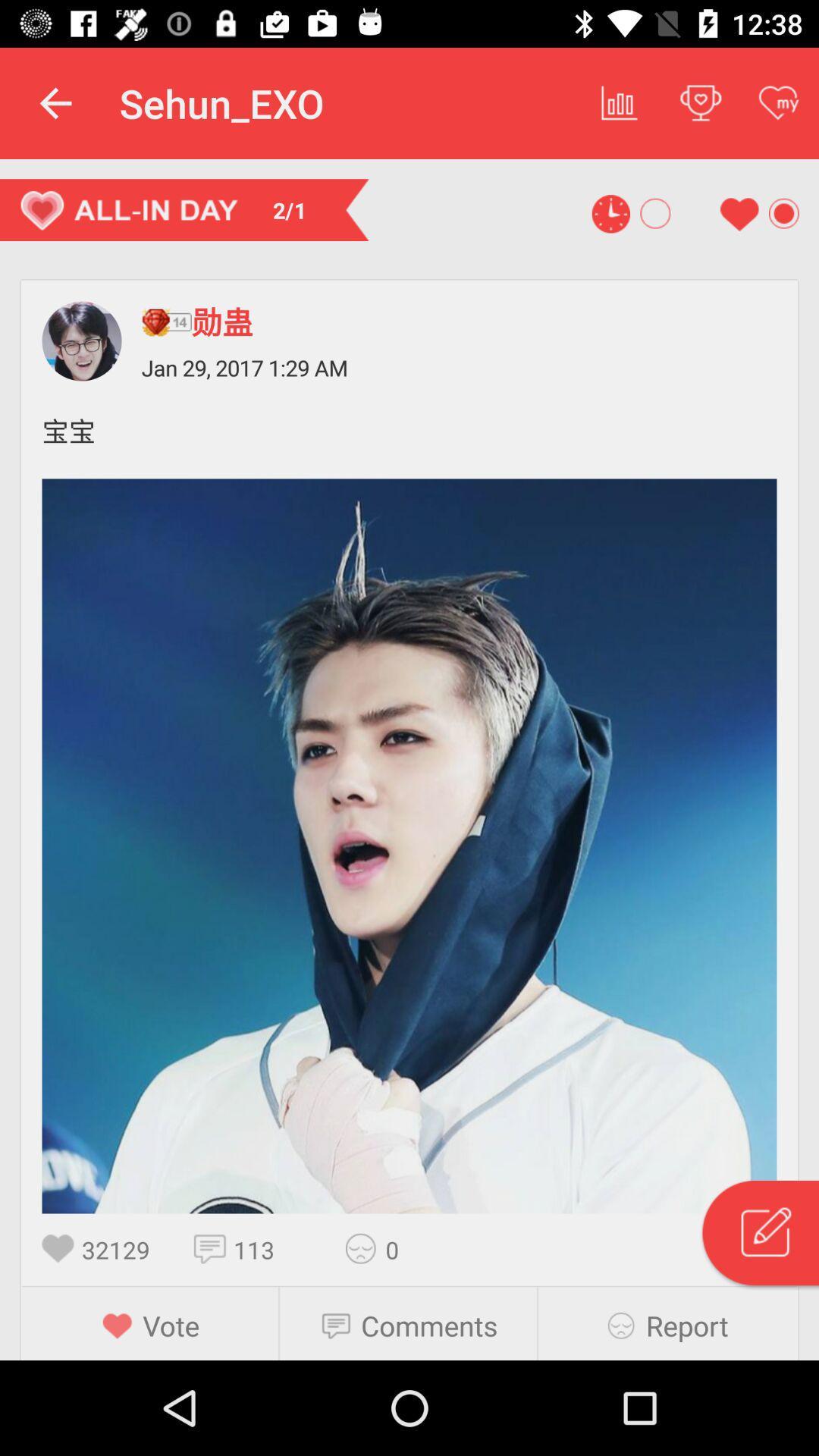  I want to click on previous, so click(409, 846).